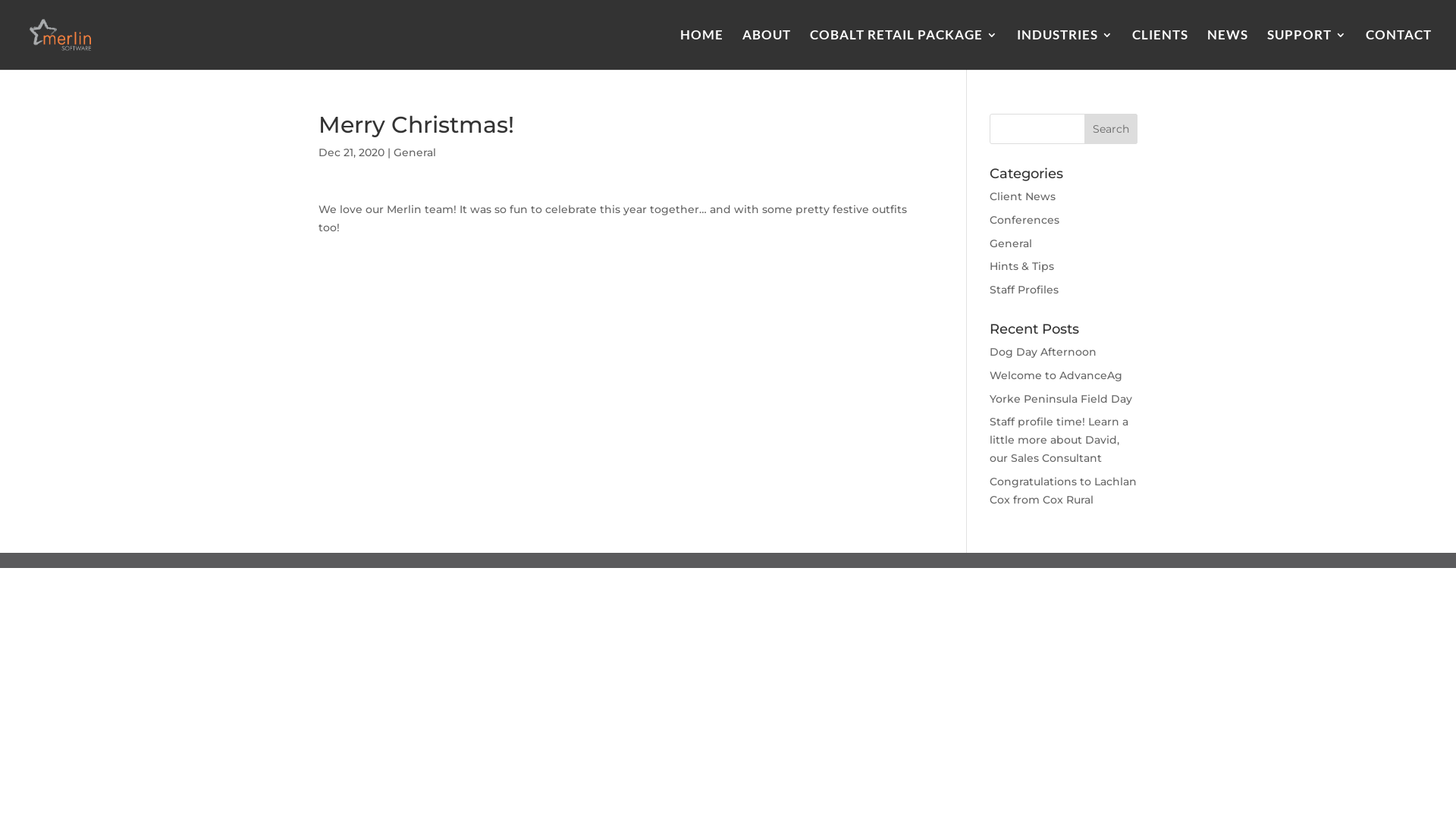  What do you see at coordinates (1062, 491) in the screenshot?
I see `'Congratulations to Lachlan Cox from Cox Rural'` at bounding box center [1062, 491].